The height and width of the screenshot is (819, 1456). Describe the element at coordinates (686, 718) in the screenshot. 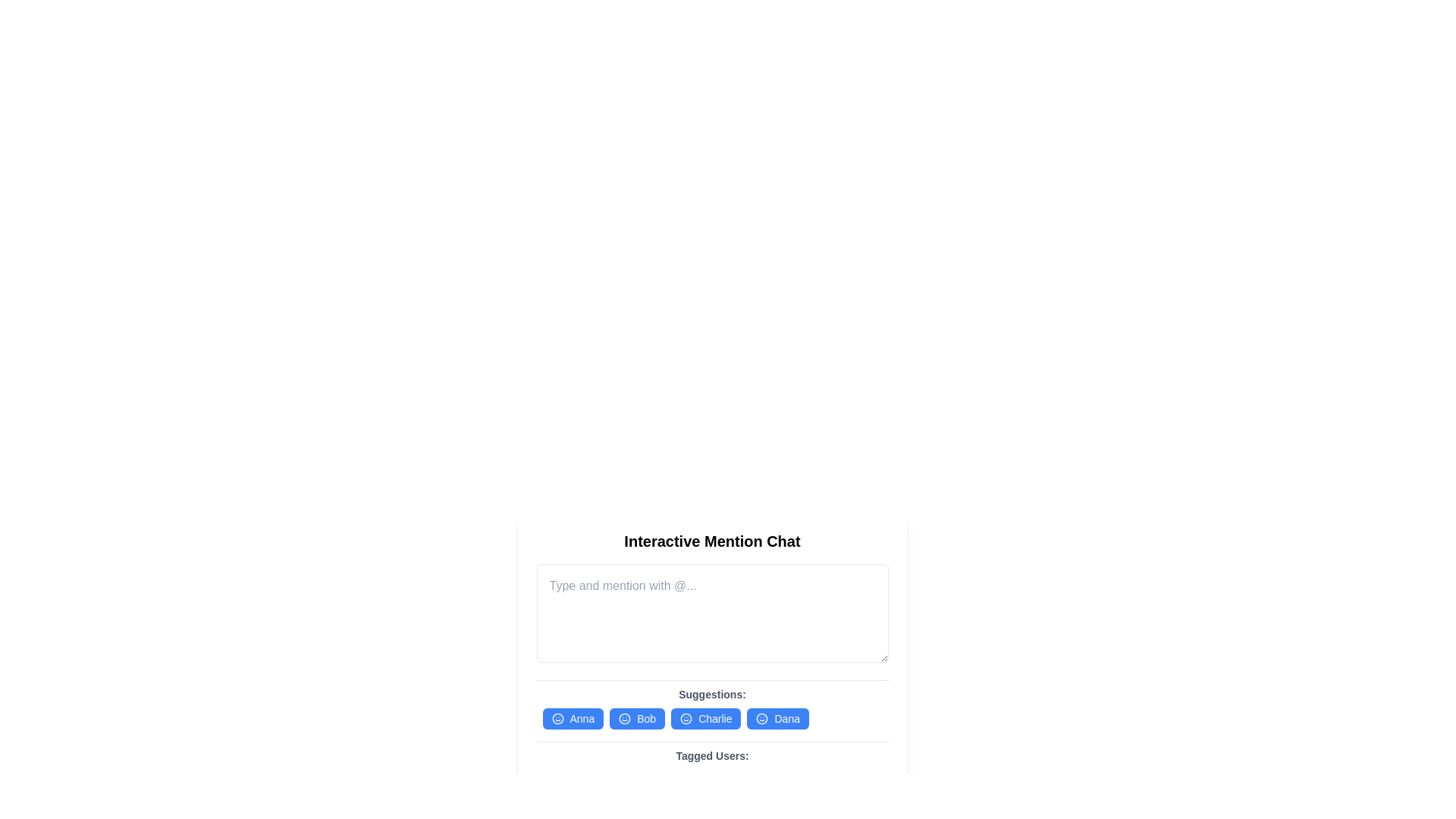

I see `the circular smiley face icon located within the button labeled 'Charlie' in the 'Suggestions' section under the input field` at that location.